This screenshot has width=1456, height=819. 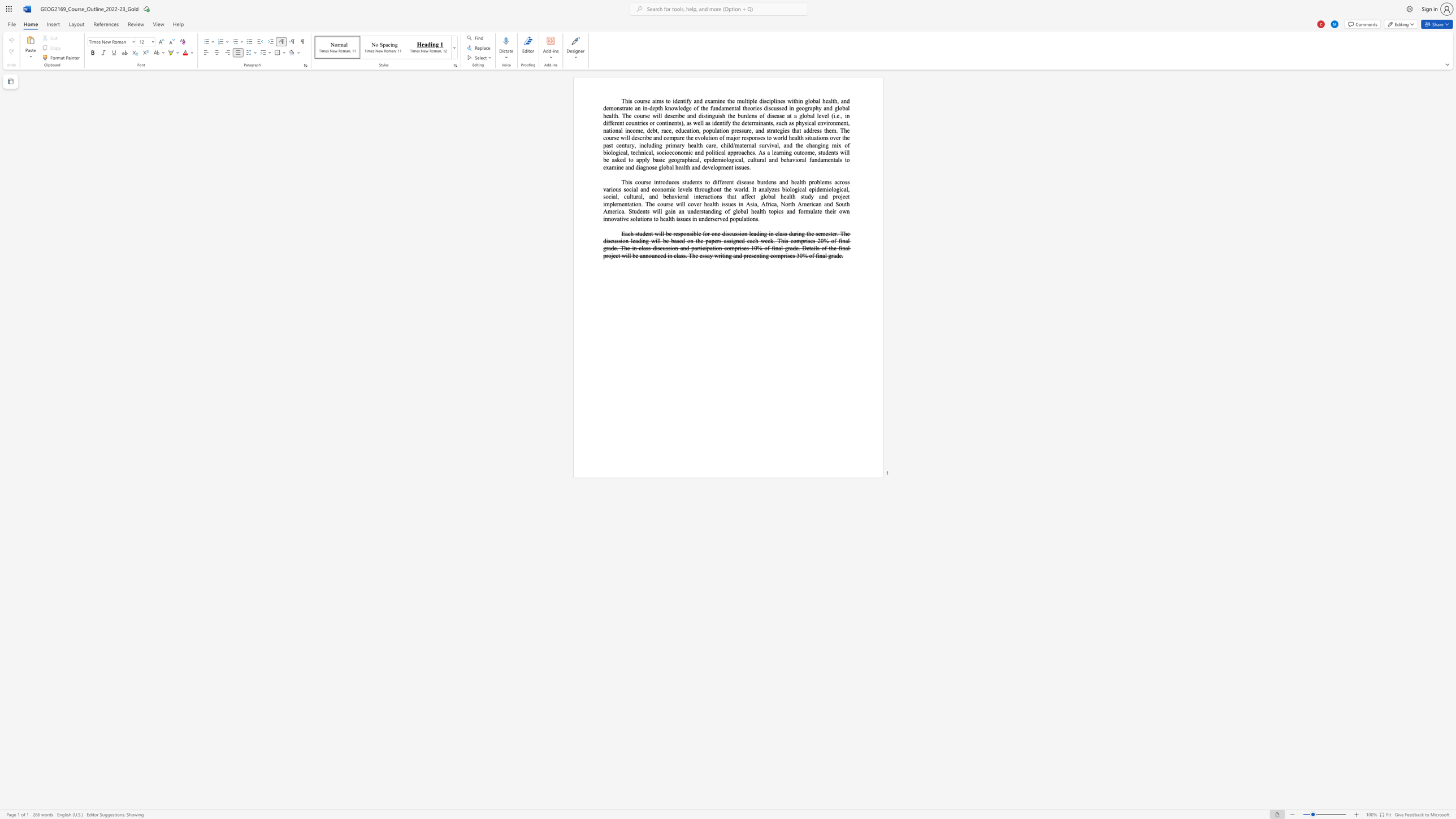 What do you see at coordinates (645, 159) in the screenshot?
I see `the 3th character "l" in the text` at bounding box center [645, 159].